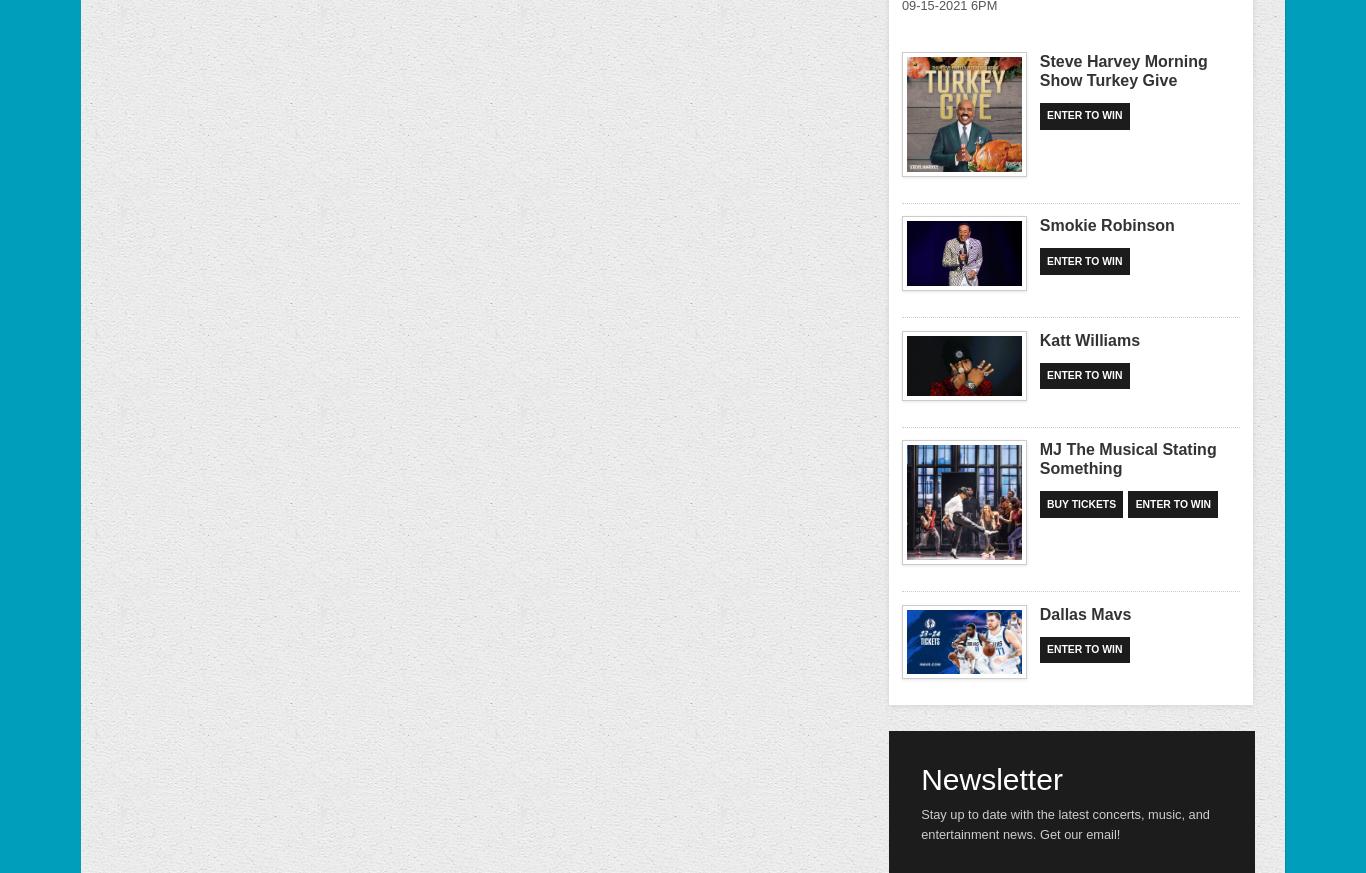  I want to click on 'Get our email!', so click(1078, 834).